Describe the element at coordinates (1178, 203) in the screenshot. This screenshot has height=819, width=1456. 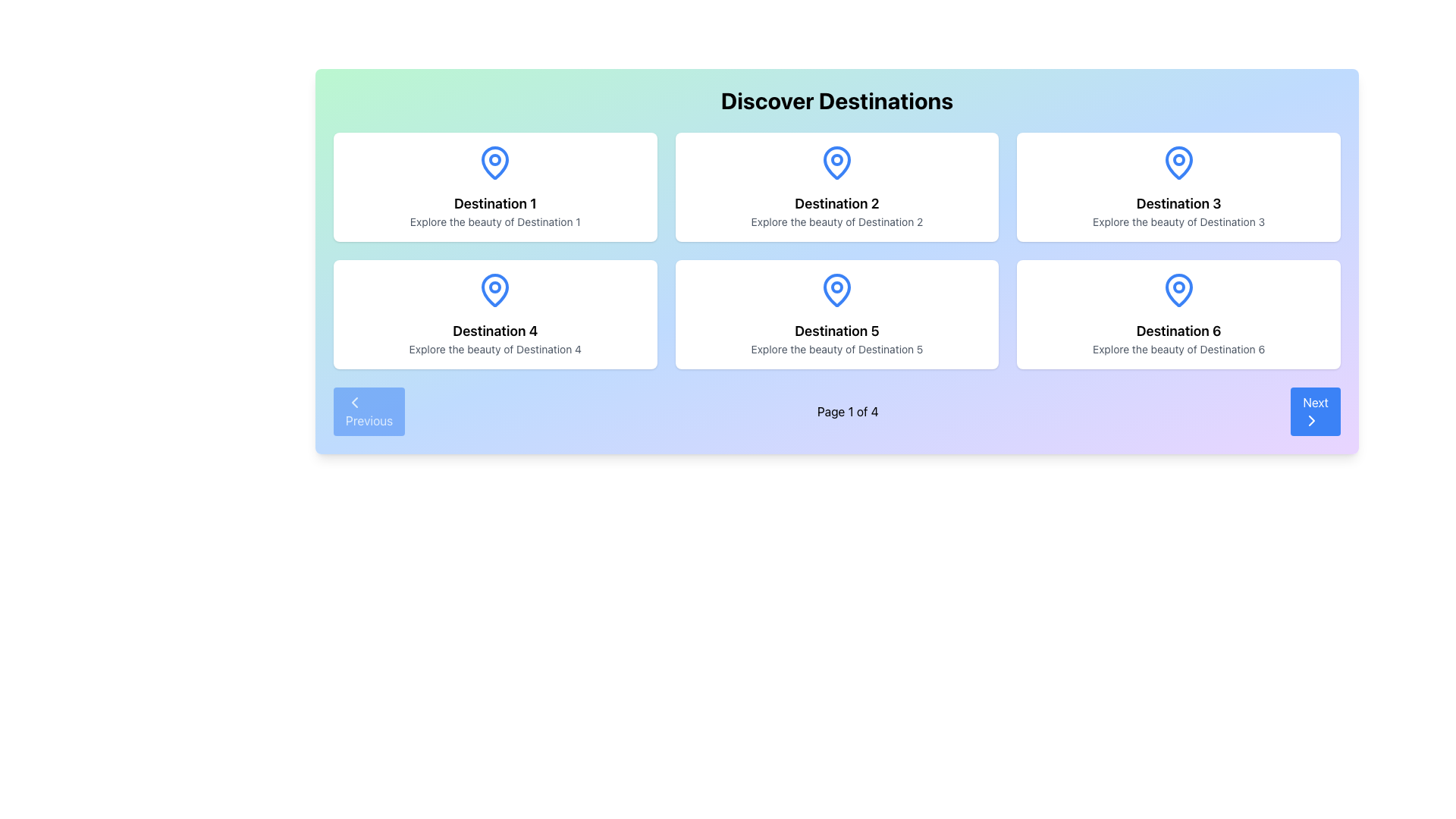
I see `title of the text label that represents the destination's name on the card labeled 'Destination 3', located in the top-right position of a 2x3 grid` at that location.